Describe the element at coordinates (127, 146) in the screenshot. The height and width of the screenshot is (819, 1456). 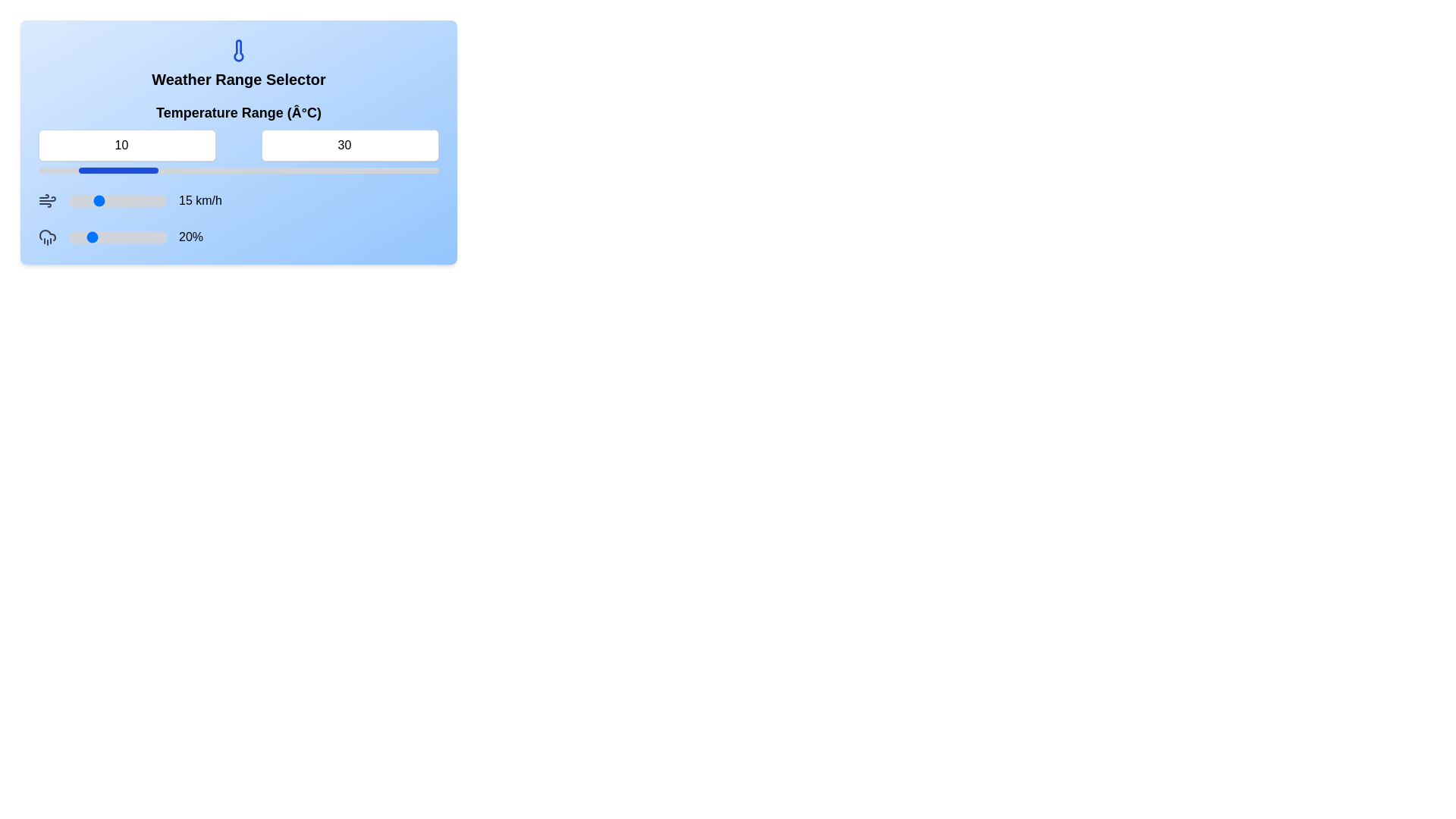
I see `the numeric input box displaying '10', located within the 'Weather Range Selector' interface under the 'Temperature Range (°C)' subheader` at that location.